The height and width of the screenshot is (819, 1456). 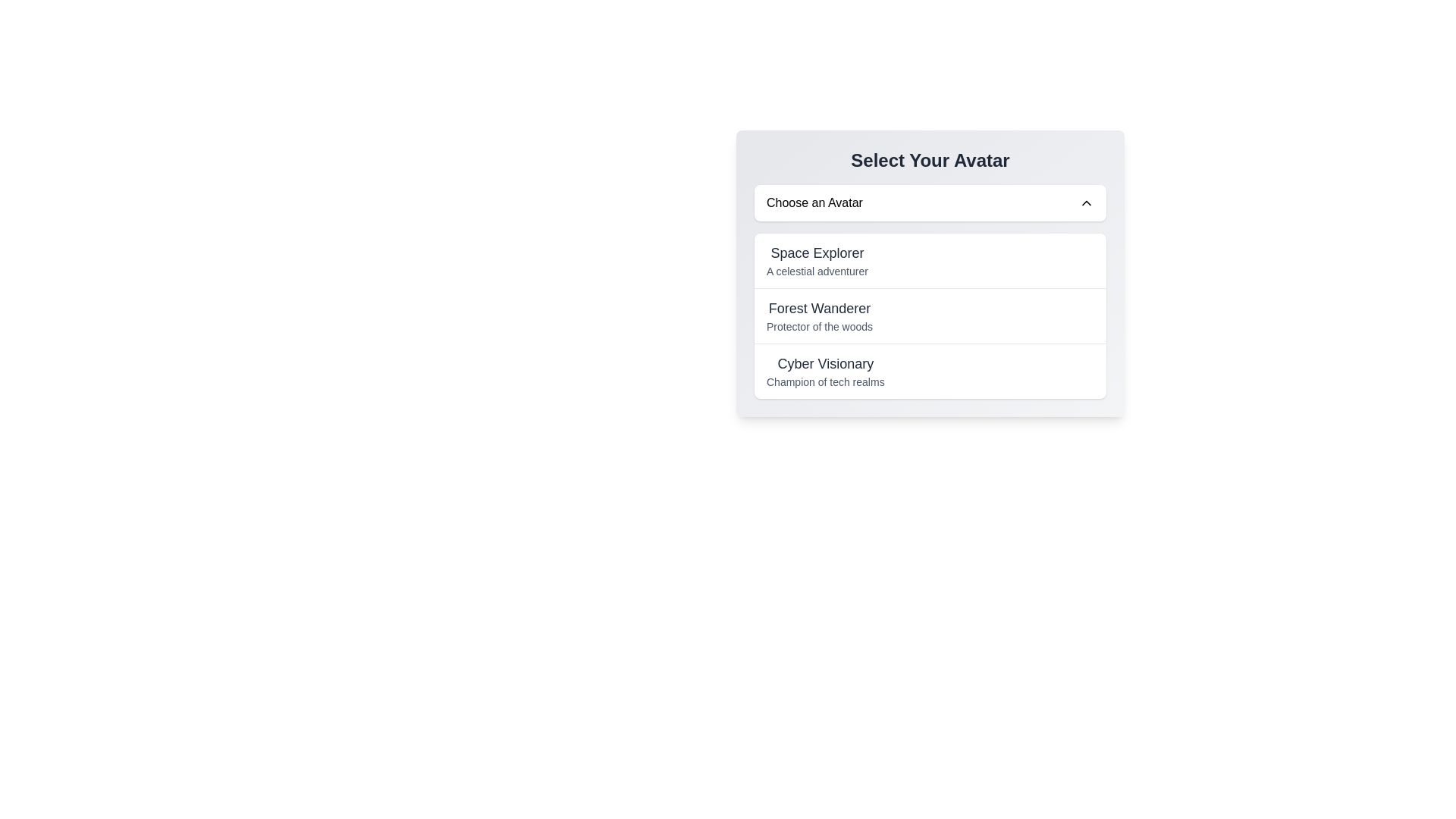 What do you see at coordinates (816, 271) in the screenshot?
I see `the descriptive text label providing supplementary information about the 'Space Explorer' avatar option, located beneath the 'Space Explorer' text in the 'Select Your Avatar' dropdown card` at bounding box center [816, 271].